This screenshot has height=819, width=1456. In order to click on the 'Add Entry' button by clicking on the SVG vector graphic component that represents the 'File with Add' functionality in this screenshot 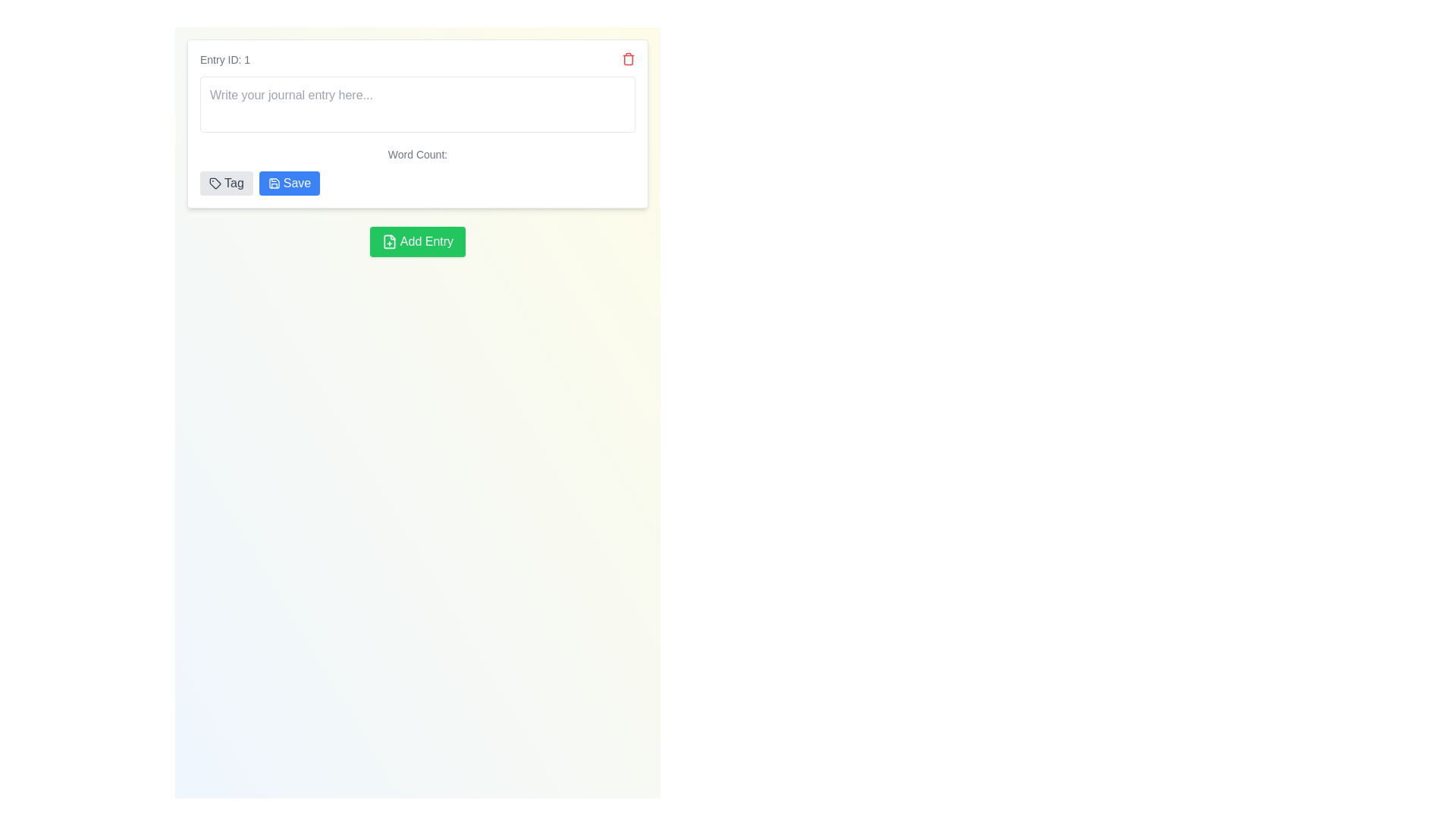, I will do `click(389, 241)`.